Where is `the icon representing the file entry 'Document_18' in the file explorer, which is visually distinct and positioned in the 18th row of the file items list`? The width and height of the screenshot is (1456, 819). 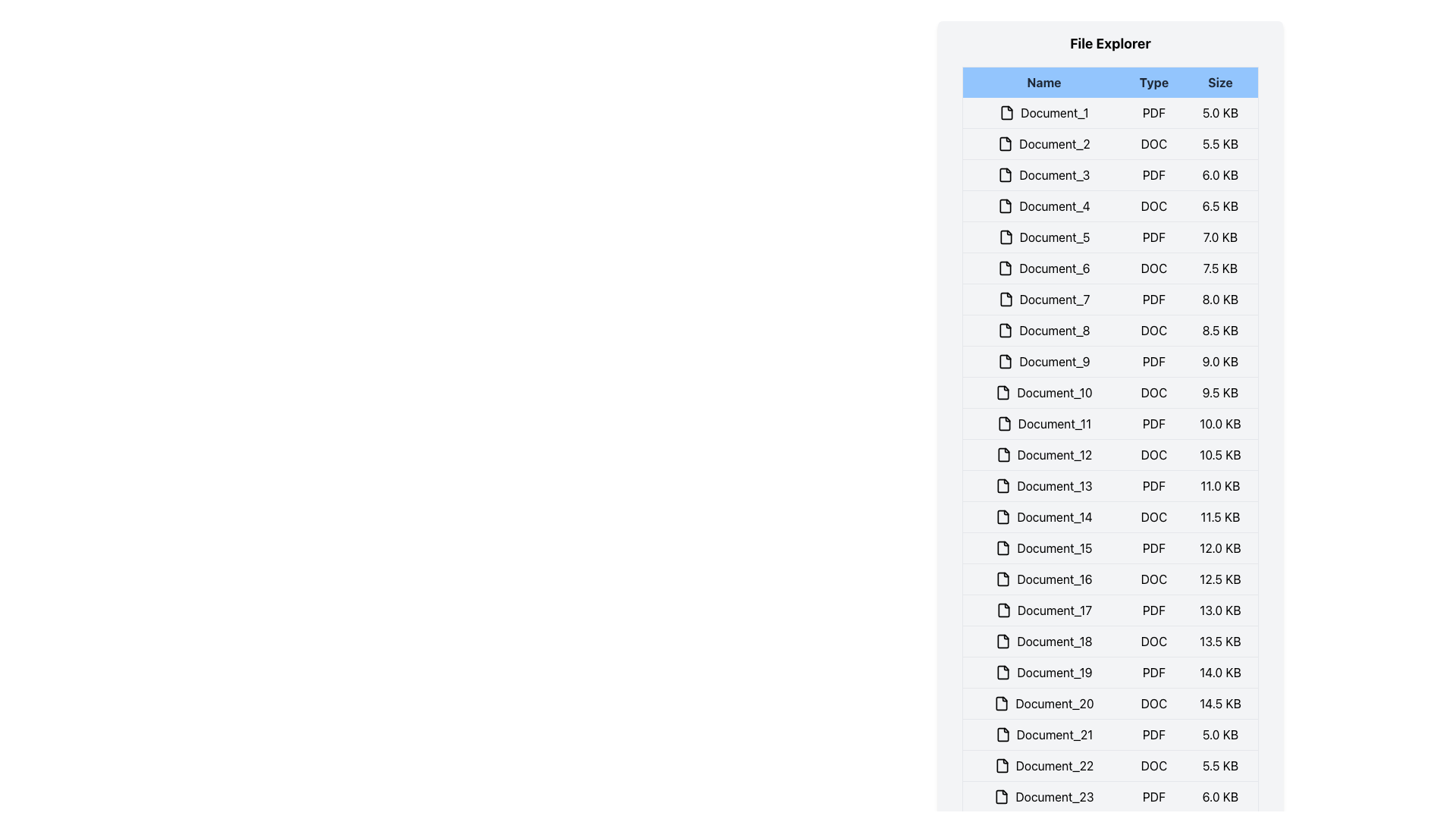 the icon representing the file entry 'Document_18' in the file explorer, which is visually distinct and positioned in the 18th row of the file items list is located at coordinates (1003, 641).